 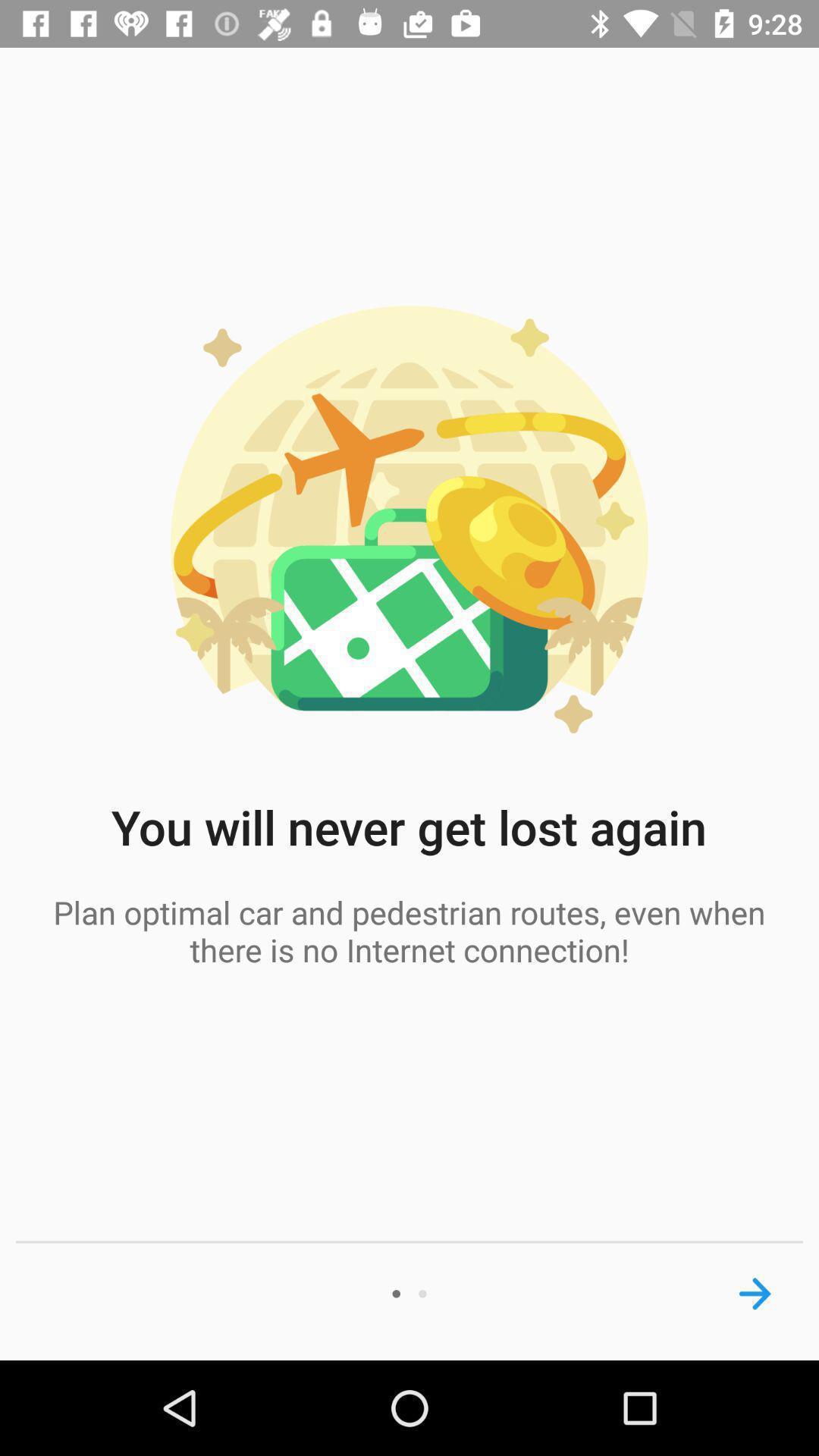 What do you see at coordinates (755, 1293) in the screenshot?
I see `next page` at bounding box center [755, 1293].